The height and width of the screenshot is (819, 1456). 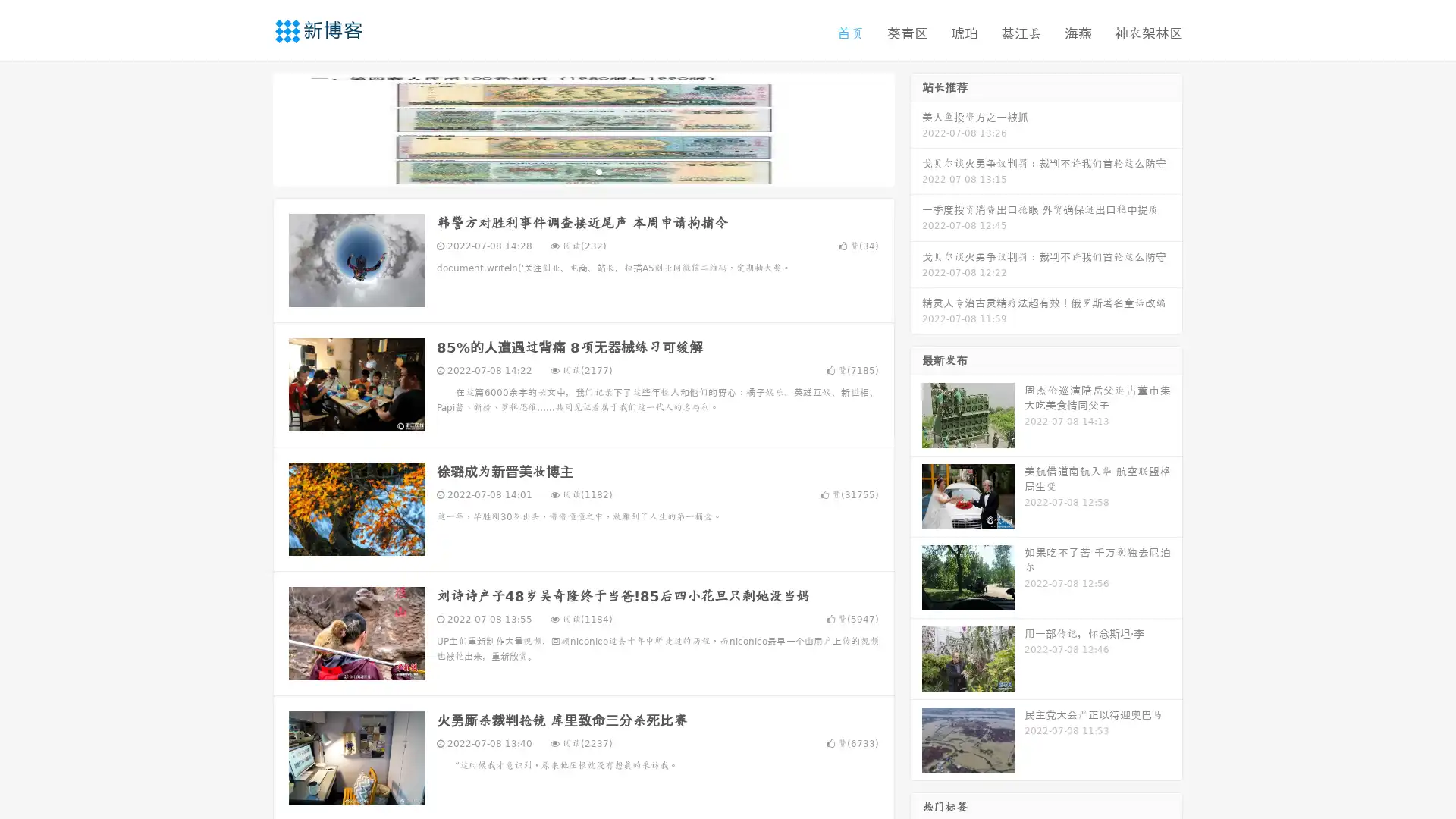 I want to click on Previous slide, so click(x=250, y=127).